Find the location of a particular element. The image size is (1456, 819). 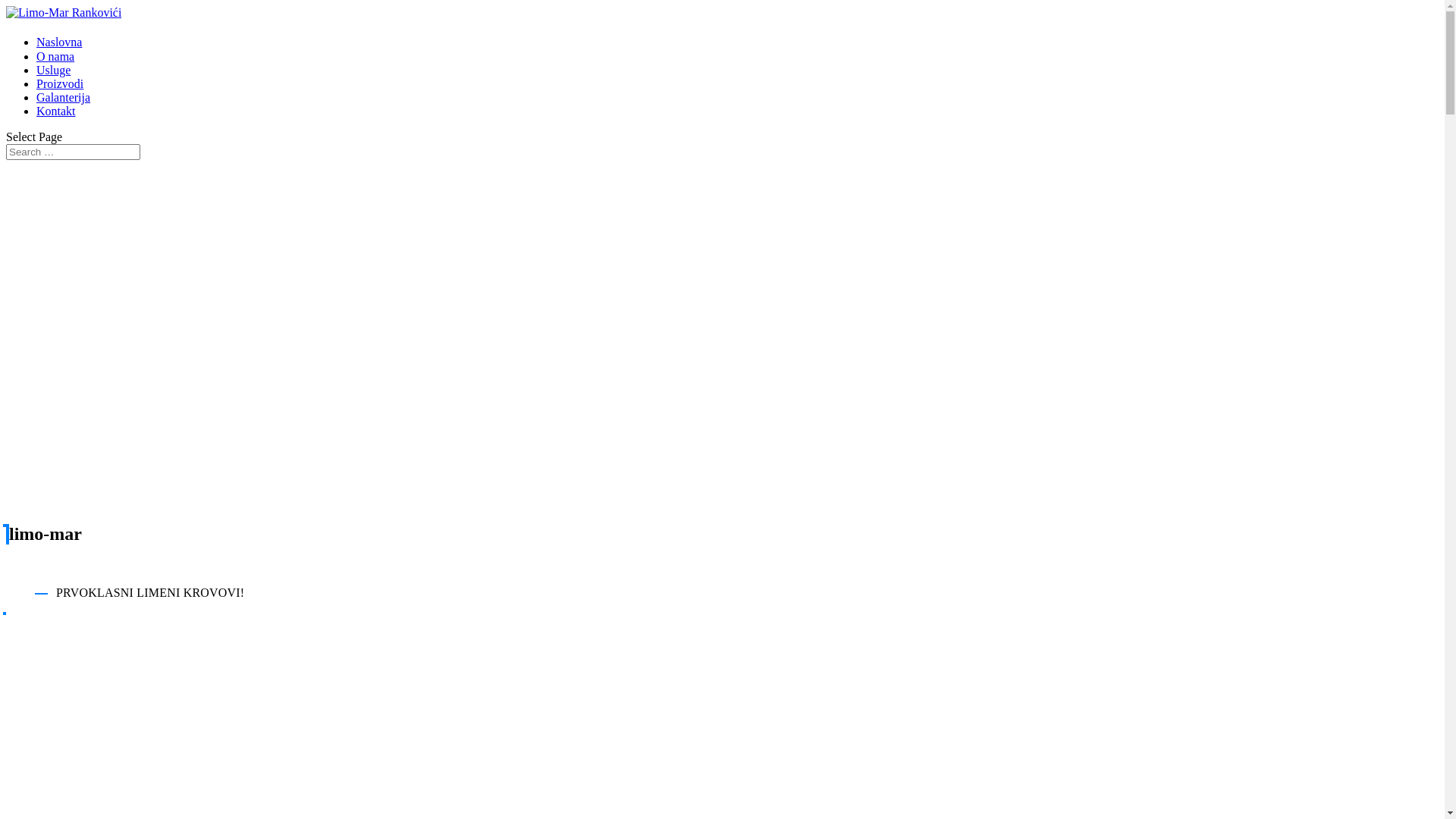

'O nama' is located at coordinates (55, 55).